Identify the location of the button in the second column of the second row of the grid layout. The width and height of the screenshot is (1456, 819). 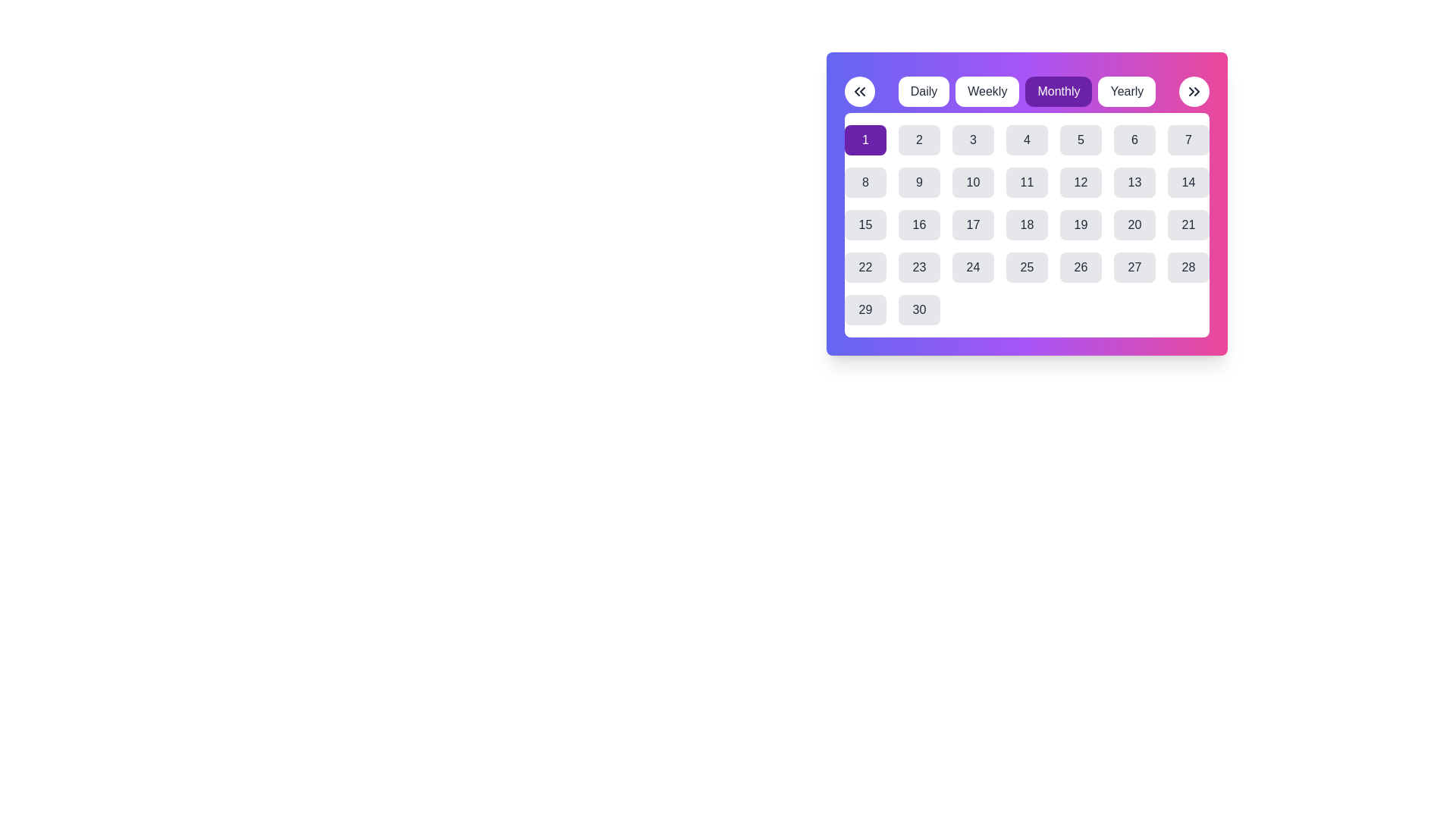
(865, 181).